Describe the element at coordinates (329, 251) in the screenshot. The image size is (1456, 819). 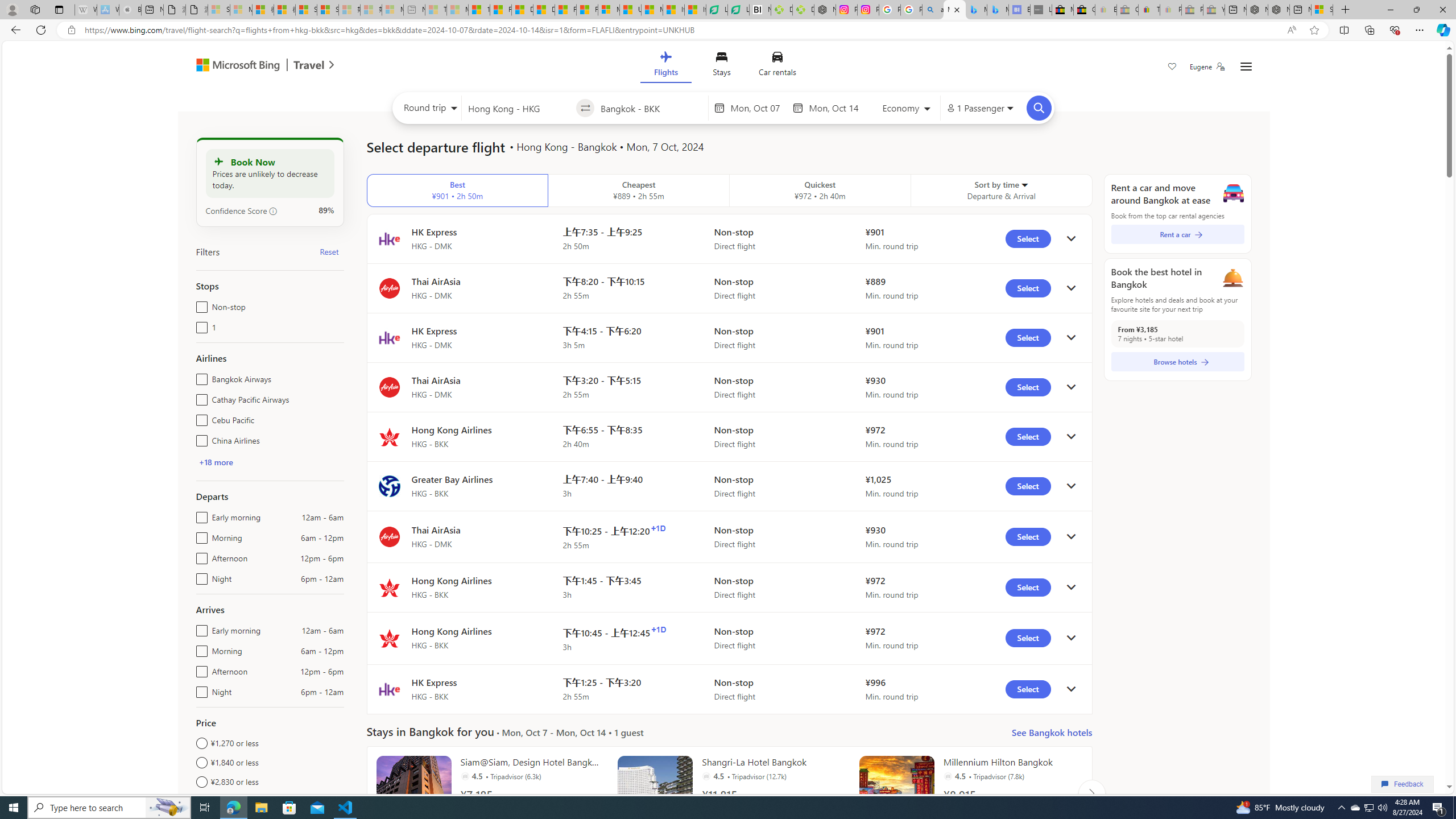
I see `'Reset'` at that location.